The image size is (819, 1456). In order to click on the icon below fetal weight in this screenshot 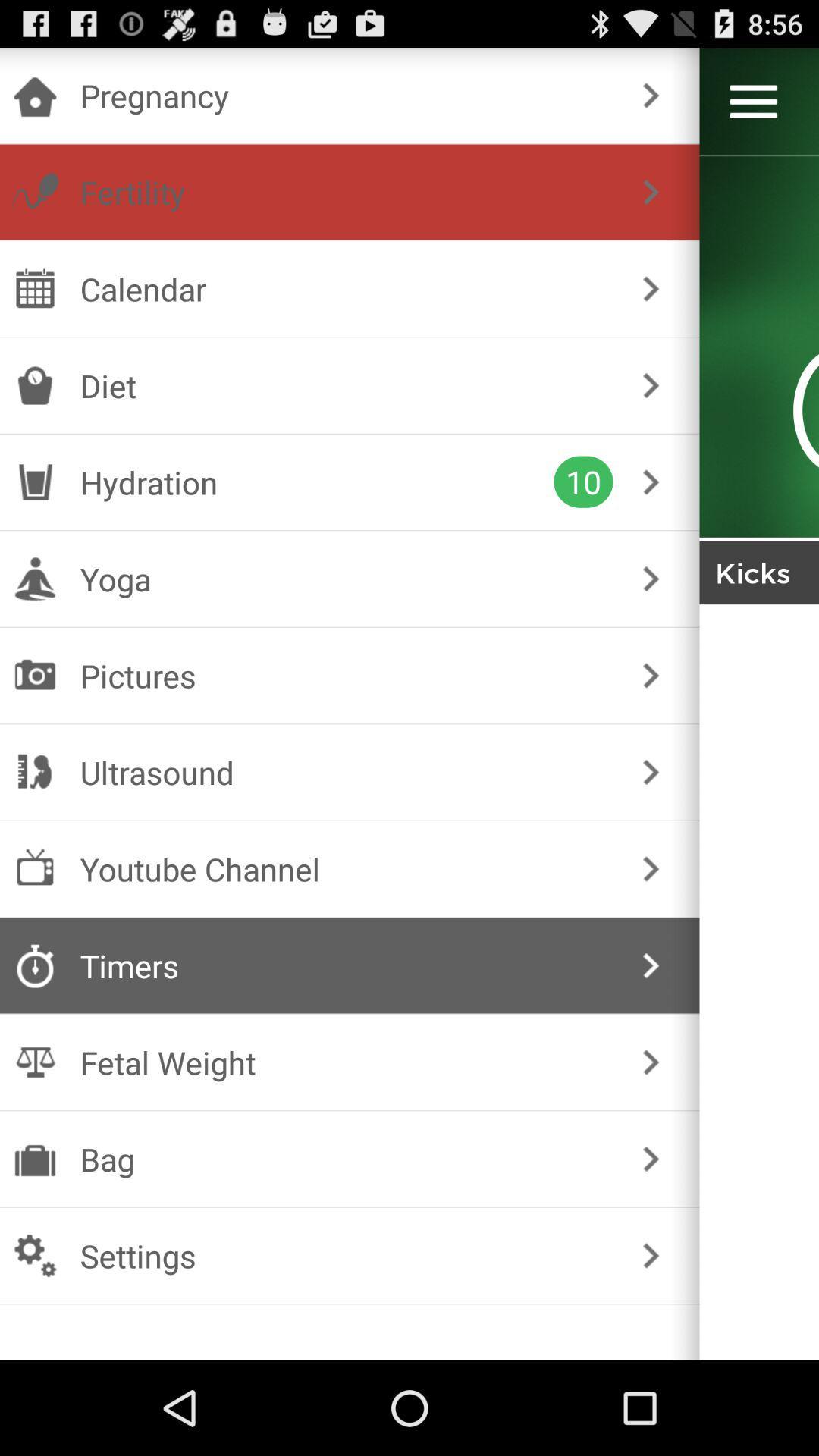, I will do `click(347, 1158)`.